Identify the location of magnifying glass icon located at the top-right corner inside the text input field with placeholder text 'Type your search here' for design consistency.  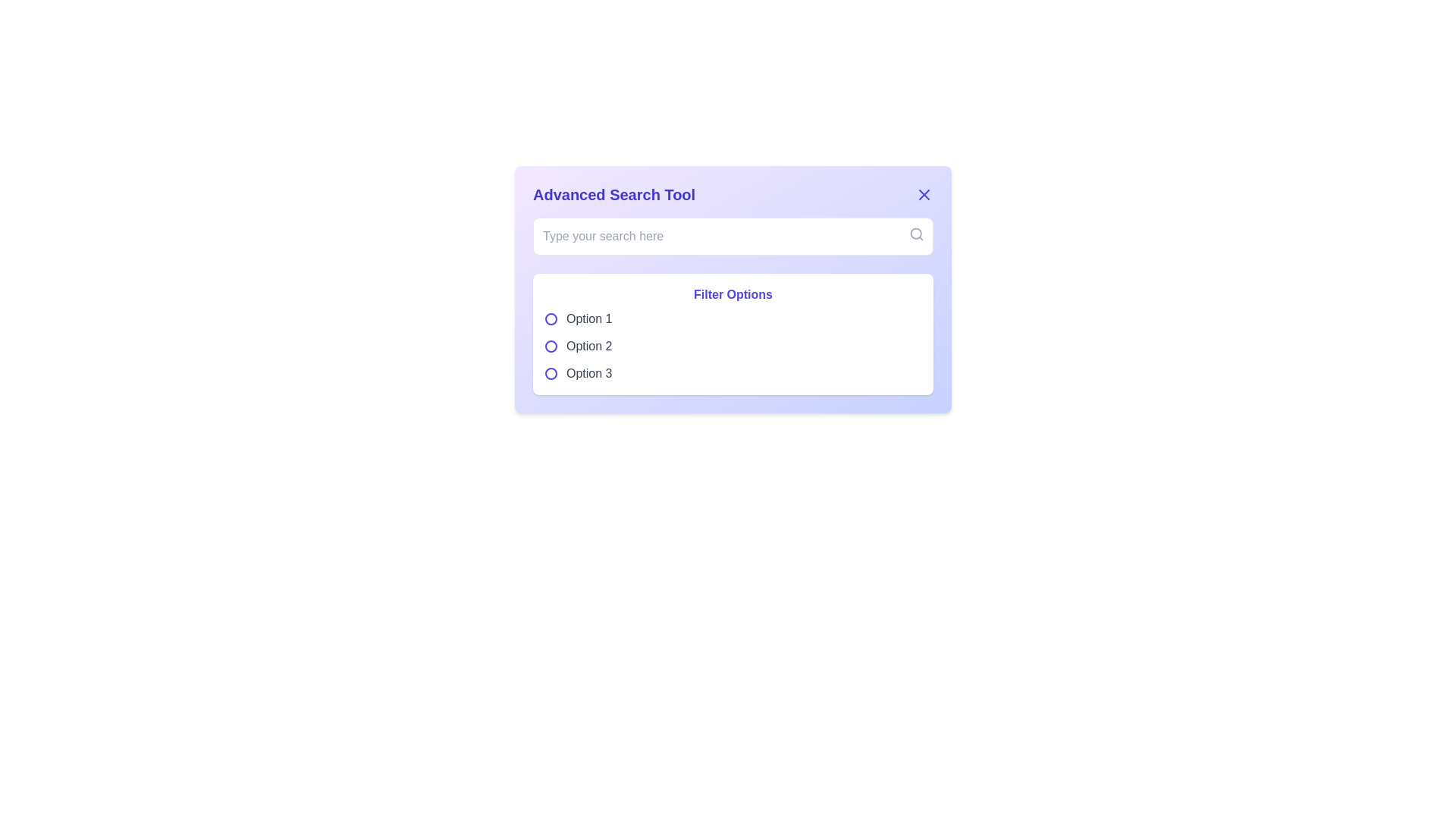
(916, 234).